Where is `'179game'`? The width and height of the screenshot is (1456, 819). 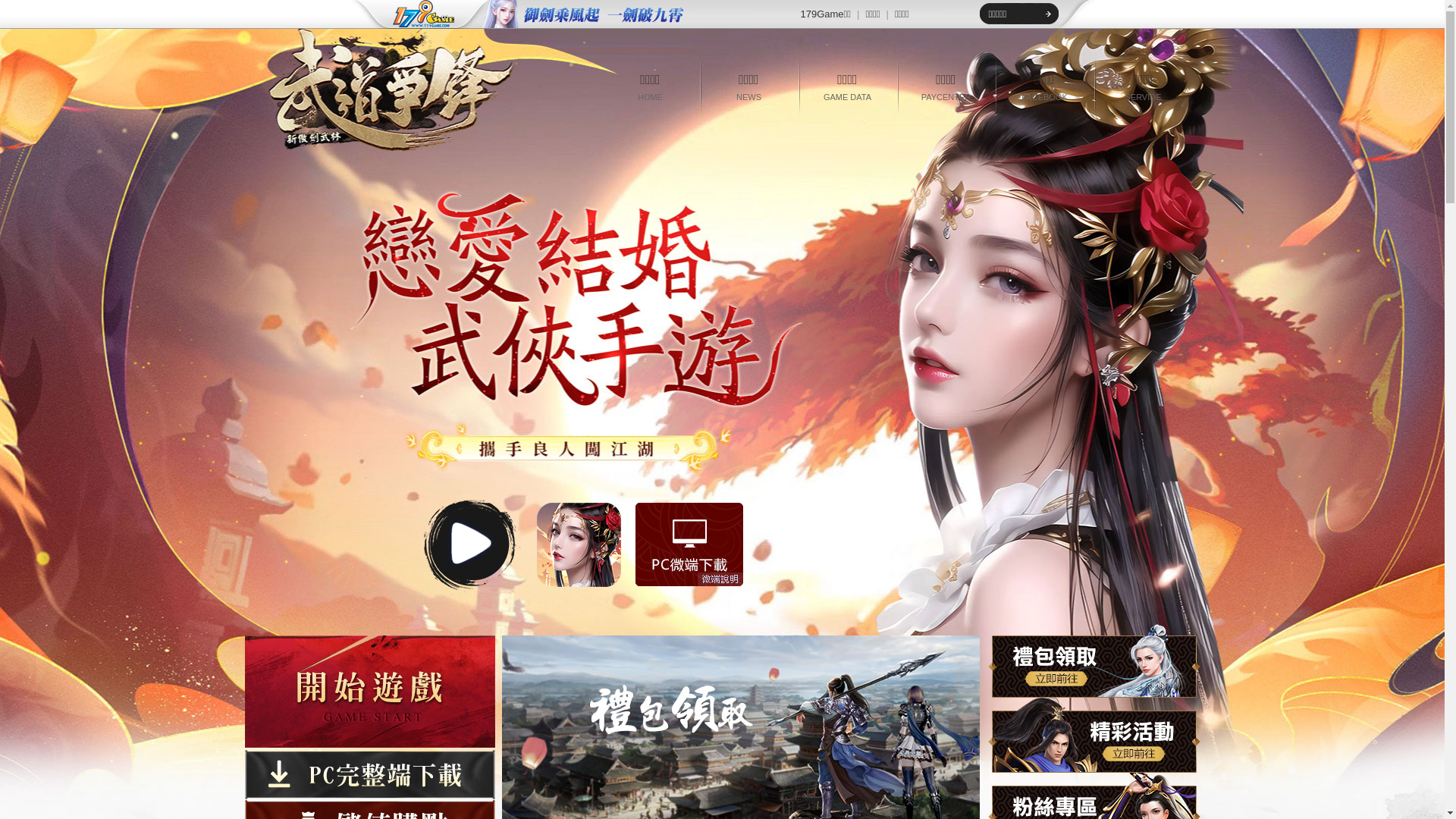
'179game' is located at coordinates (413, 14).